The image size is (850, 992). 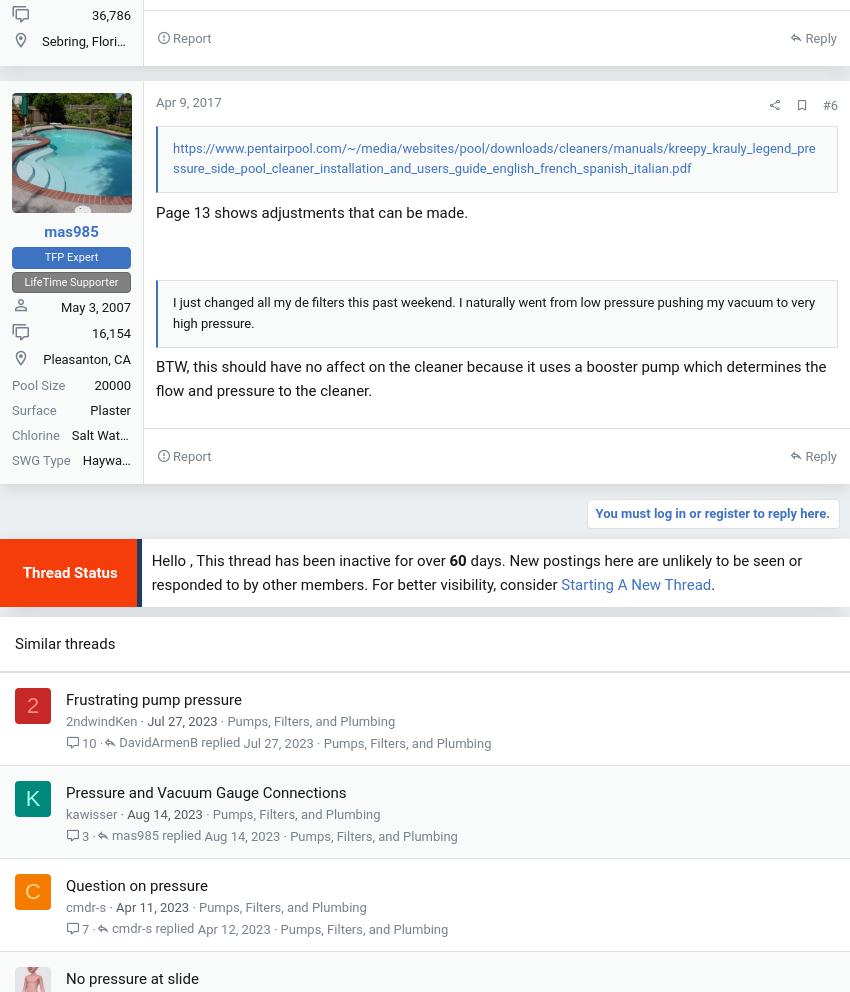 What do you see at coordinates (132, 979) in the screenshot?
I see `'No pressure at slide'` at bounding box center [132, 979].